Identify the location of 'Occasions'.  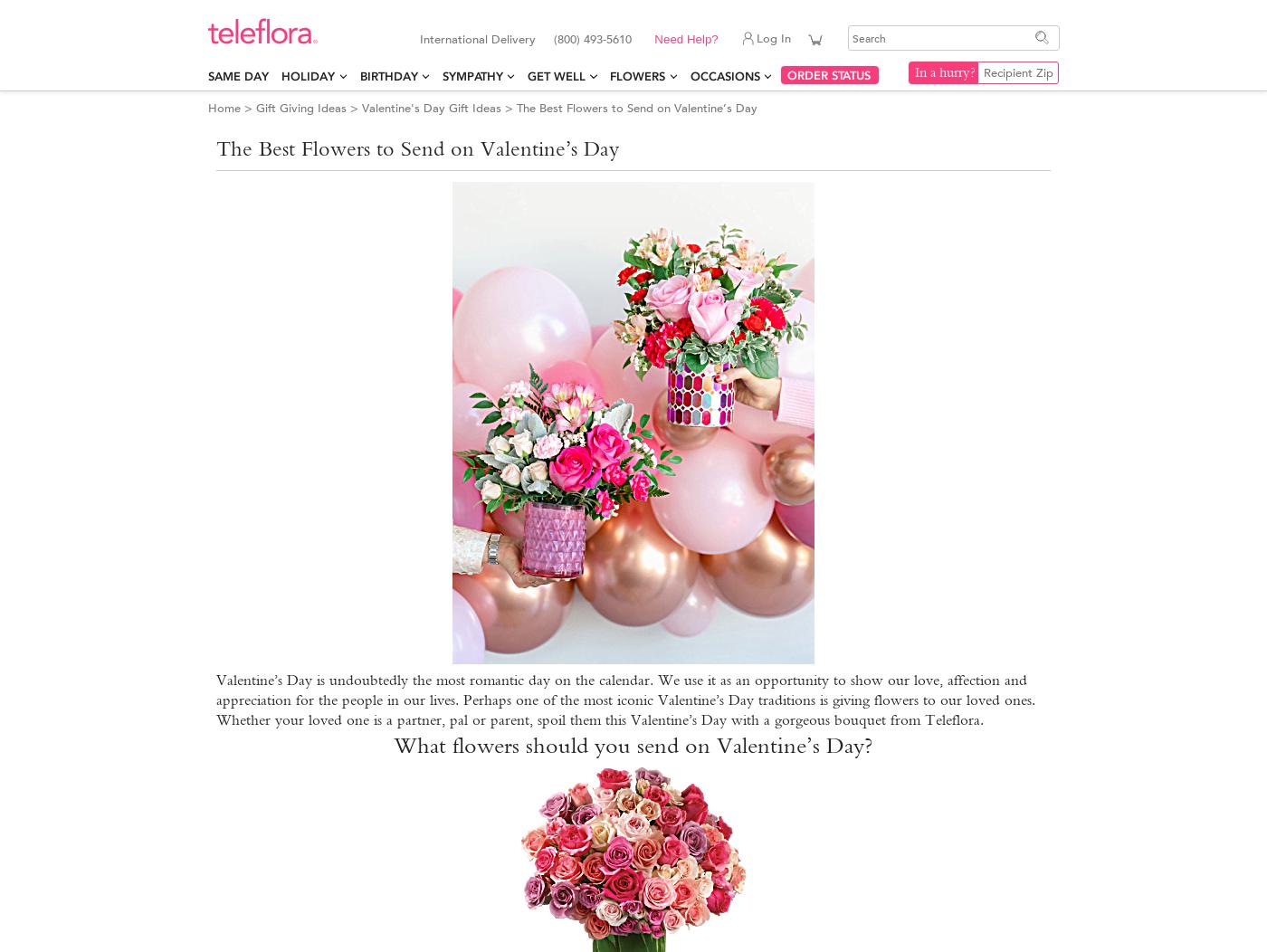
(724, 75).